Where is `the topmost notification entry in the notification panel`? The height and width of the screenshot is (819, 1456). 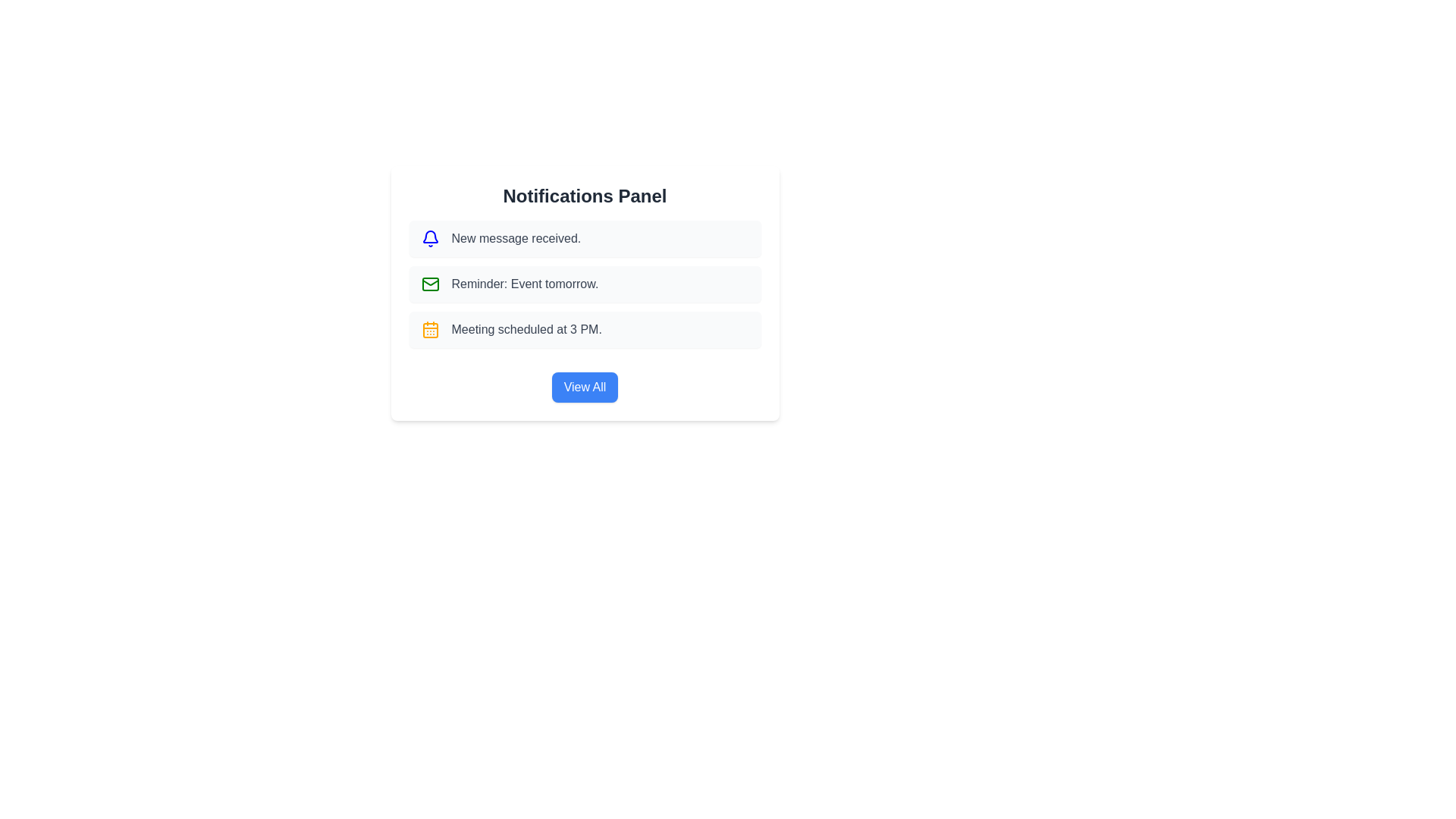
the topmost notification entry in the notification panel is located at coordinates (584, 239).